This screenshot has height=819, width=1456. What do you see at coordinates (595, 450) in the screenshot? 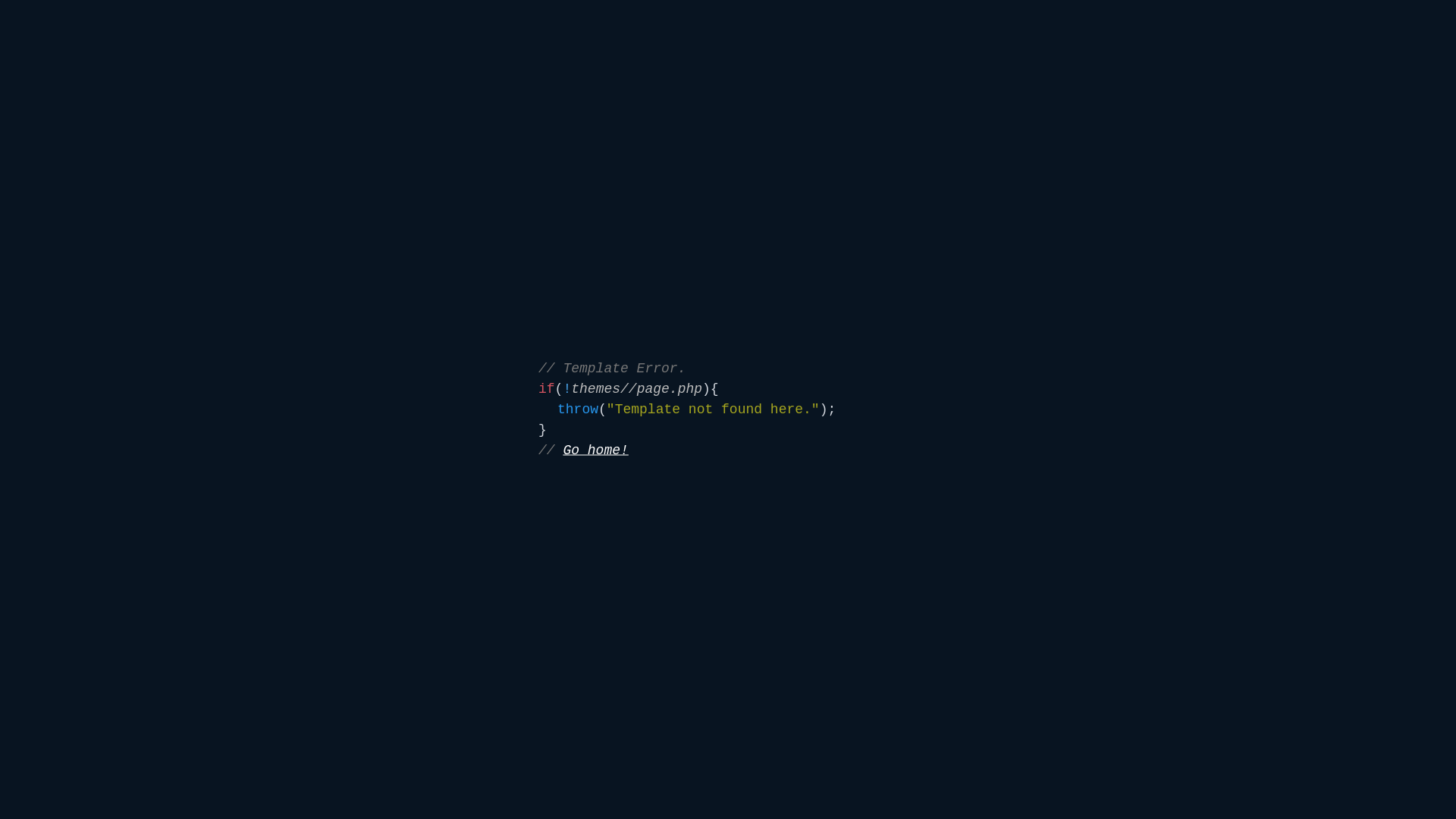
I see `'Go home!'` at bounding box center [595, 450].